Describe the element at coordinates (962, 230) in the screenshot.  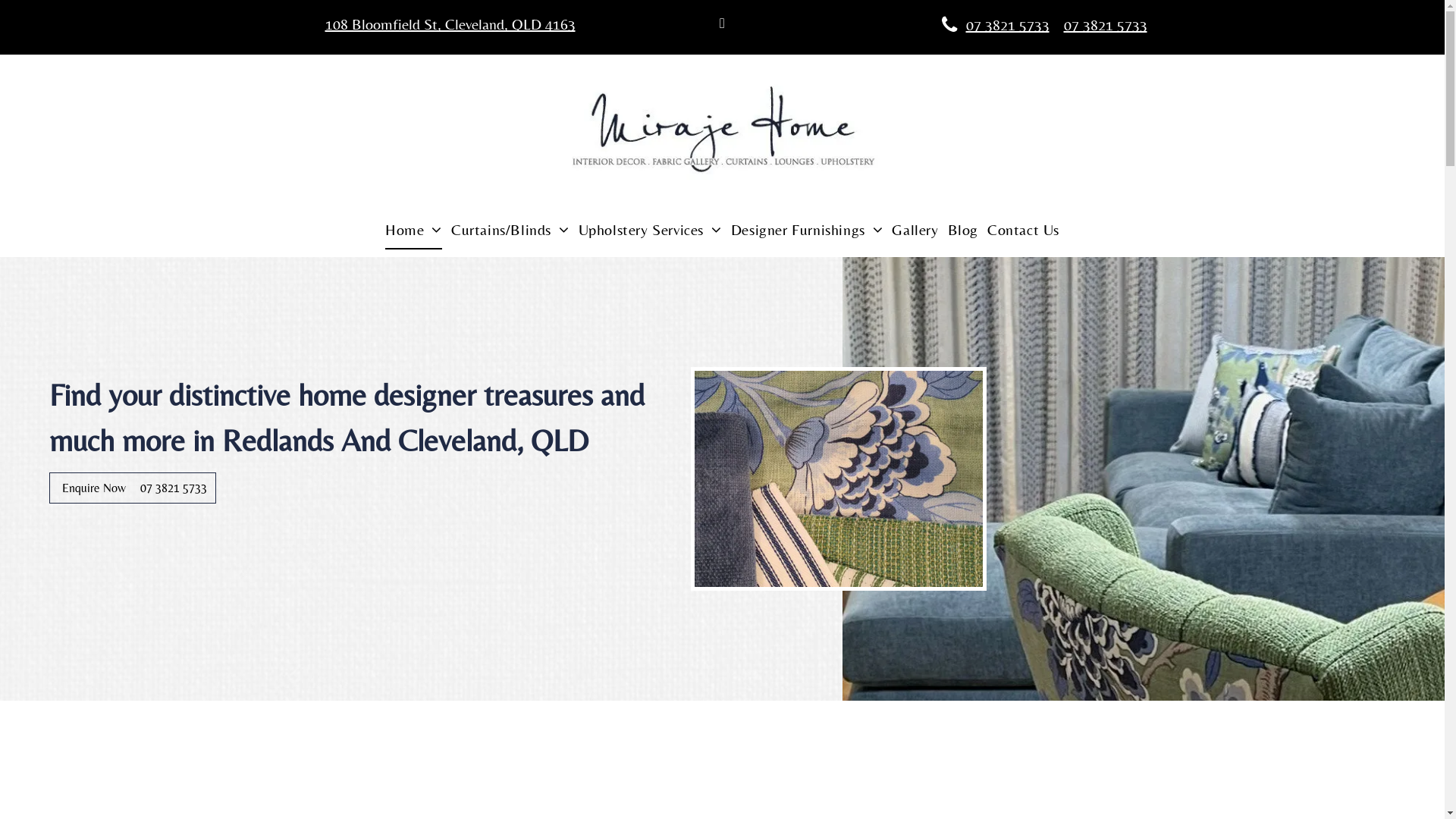
I see `'Blog'` at that location.